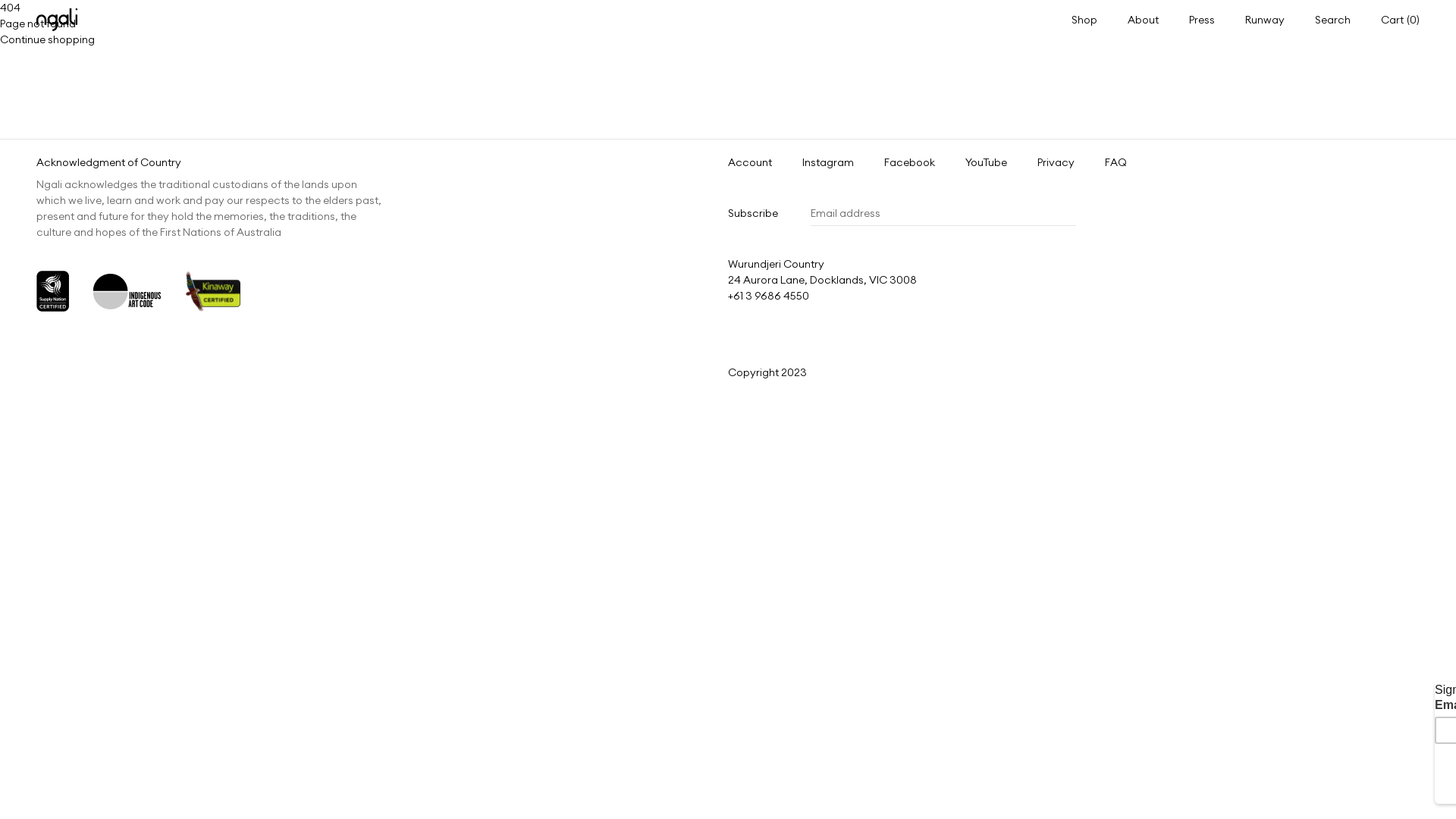  Describe the element at coordinates (1116, 162) in the screenshot. I see `'FAQ'` at that location.